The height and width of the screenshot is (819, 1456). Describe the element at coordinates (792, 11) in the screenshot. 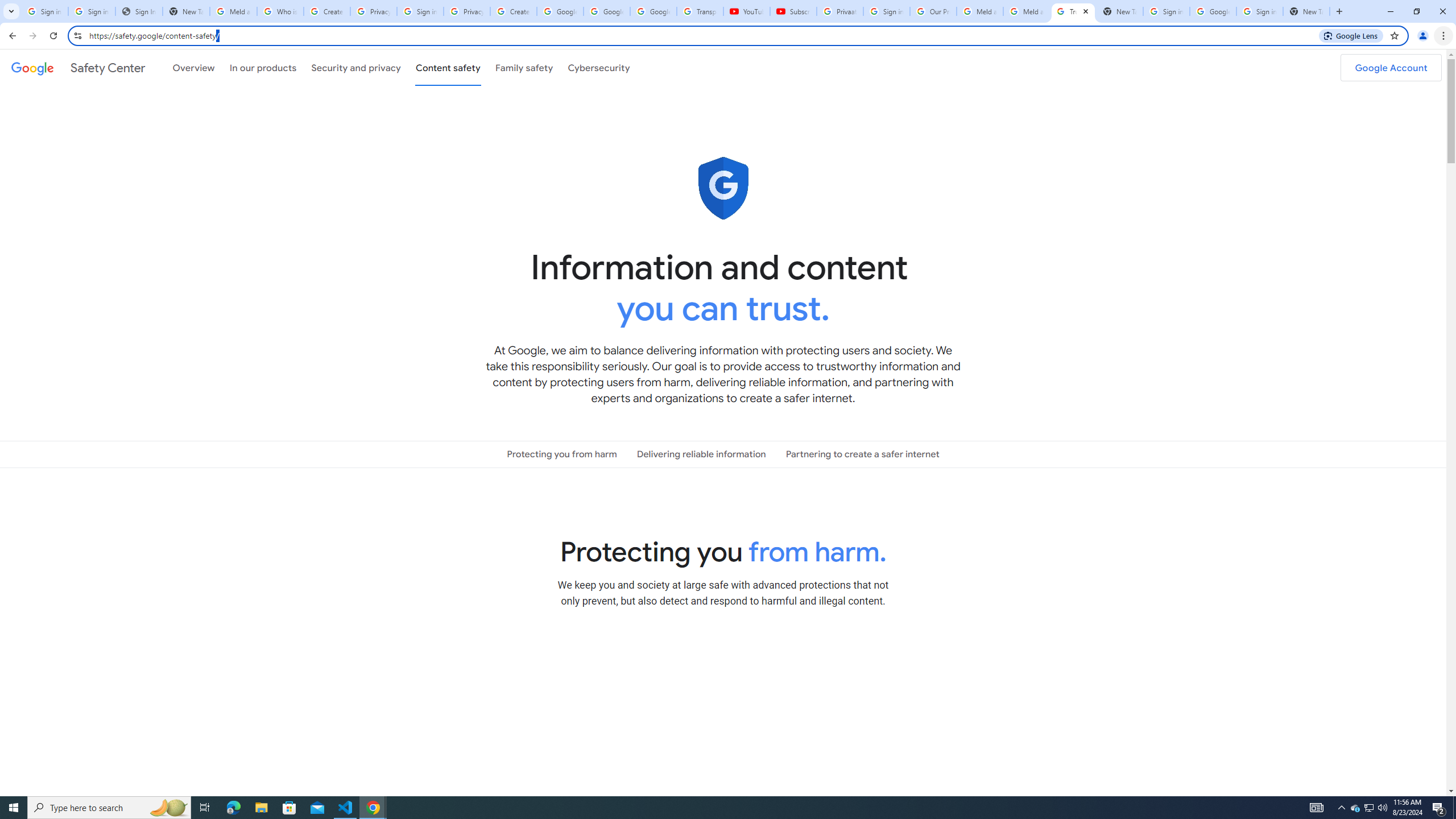

I see `'Subscriptions - YouTube'` at that location.